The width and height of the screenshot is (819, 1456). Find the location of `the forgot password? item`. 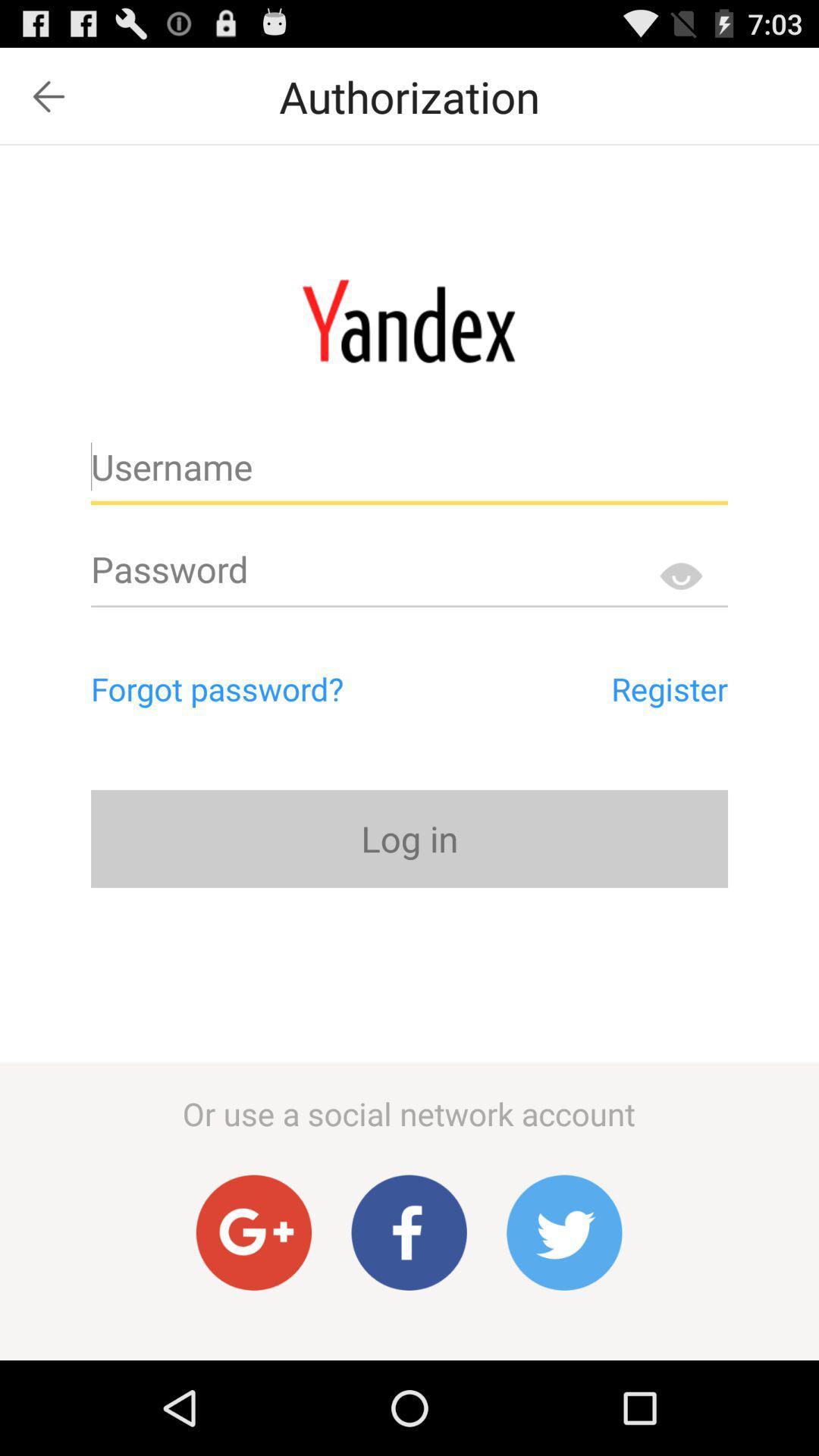

the forgot password? item is located at coordinates (281, 688).